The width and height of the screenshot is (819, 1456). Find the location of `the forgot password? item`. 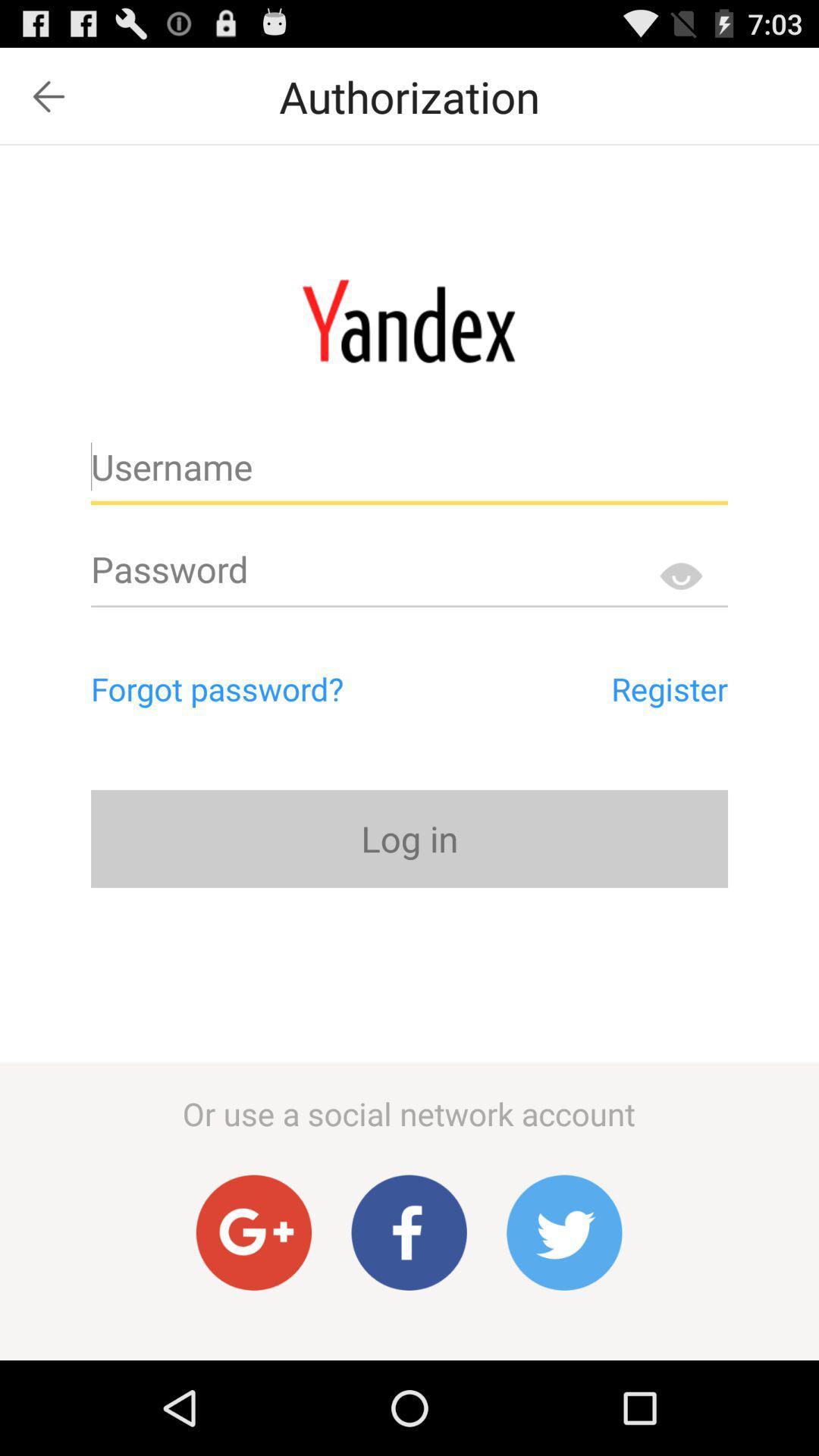

the forgot password? item is located at coordinates (281, 688).